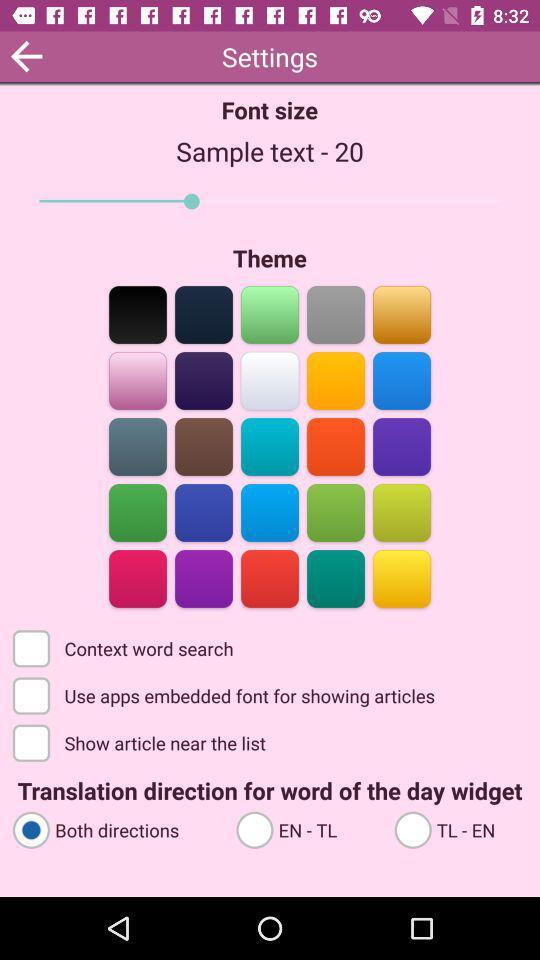 Image resolution: width=540 pixels, height=960 pixels. I want to click on theme color orange, so click(401, 313).